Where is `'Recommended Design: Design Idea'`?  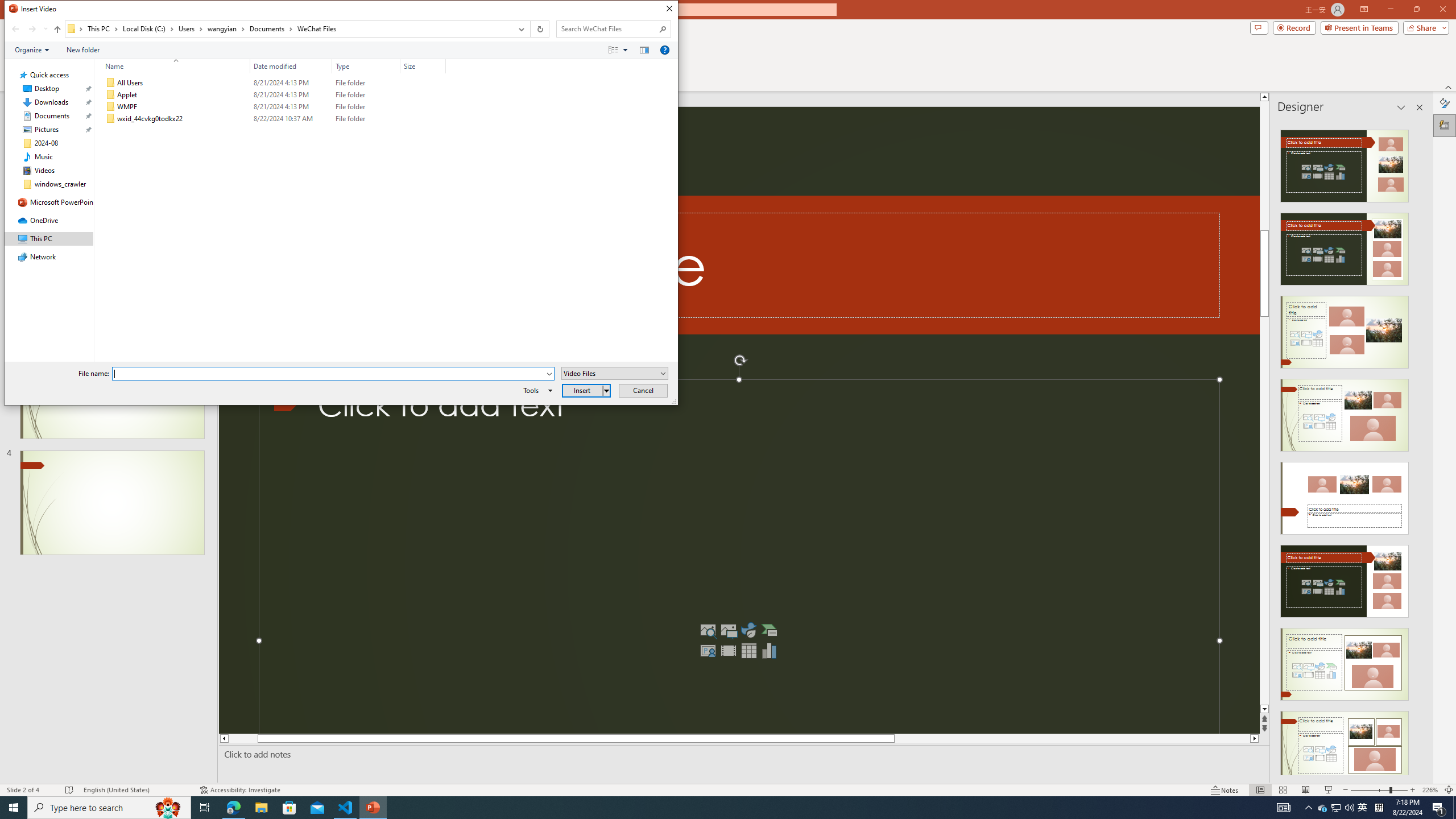
'Recommended Design: Design Idea' is located at coordinates (1345, 162).